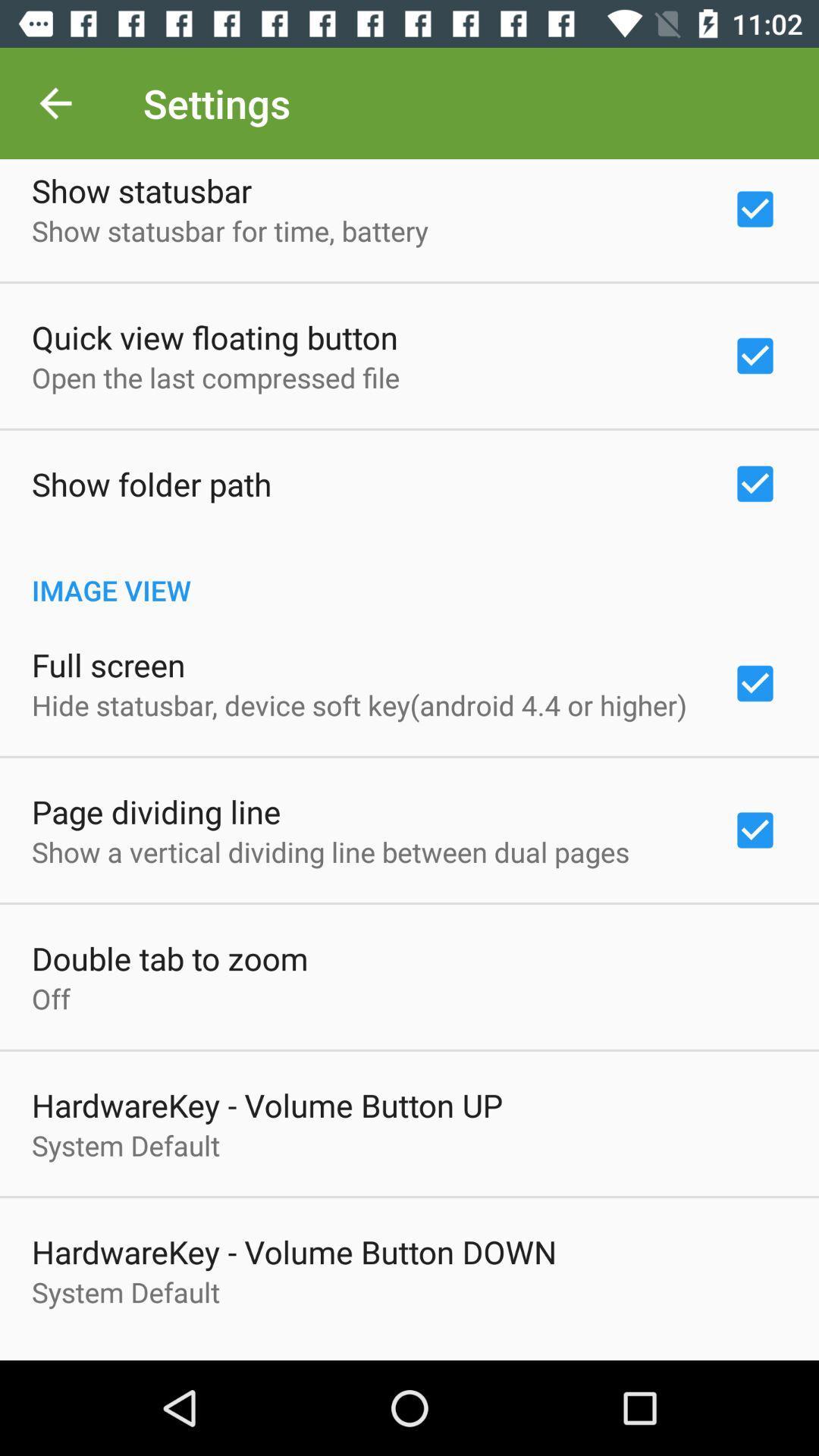 This screenshot has height=1456, width=819. What do you see at coordinates (170, 957) in the screenshot?
I see `the icon above the off item` at bounding box center [170, 957].